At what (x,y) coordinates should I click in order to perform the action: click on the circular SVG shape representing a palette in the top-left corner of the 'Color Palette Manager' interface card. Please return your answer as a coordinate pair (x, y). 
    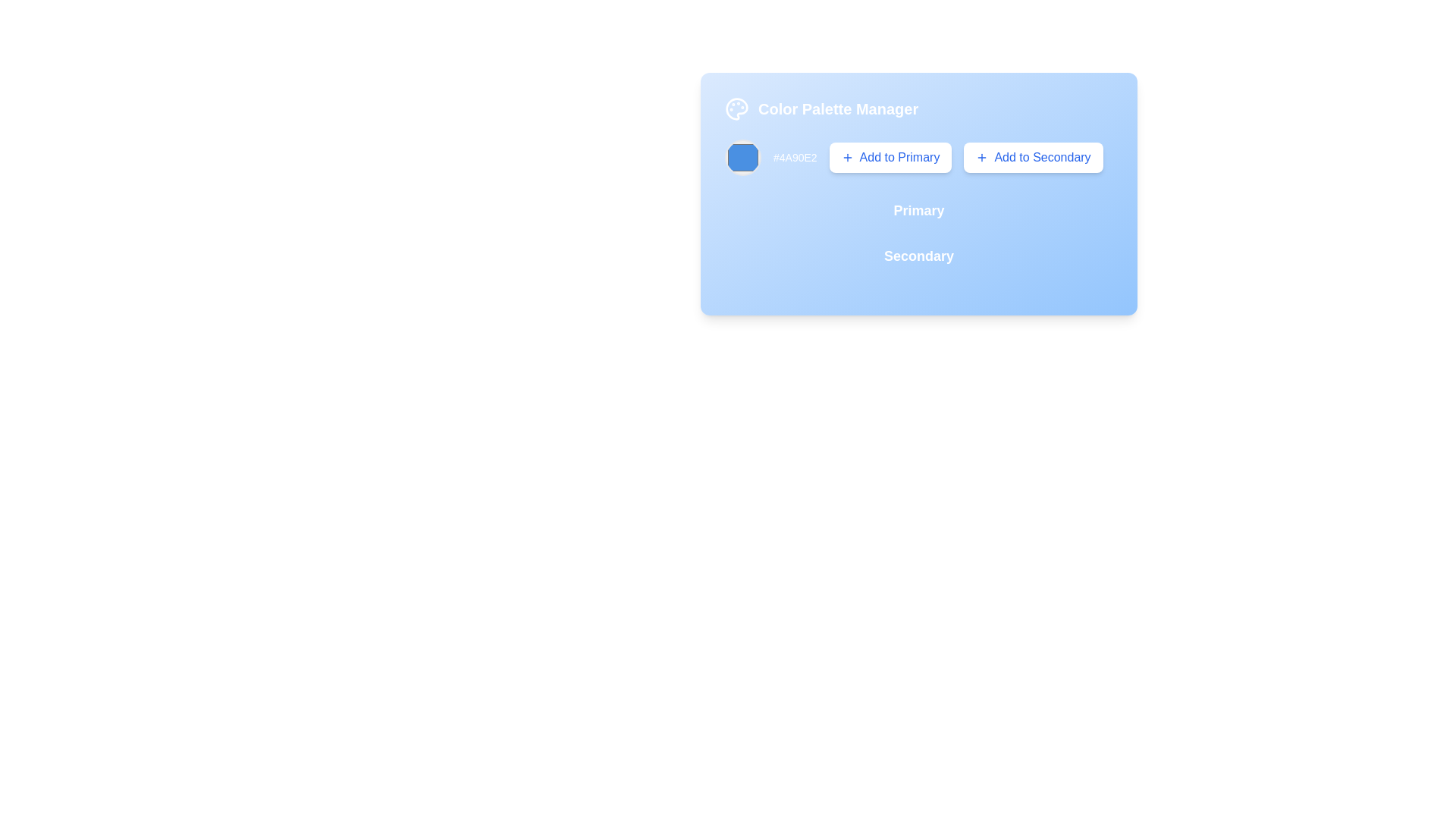
    Looking at the image, I should click on (736, 108).